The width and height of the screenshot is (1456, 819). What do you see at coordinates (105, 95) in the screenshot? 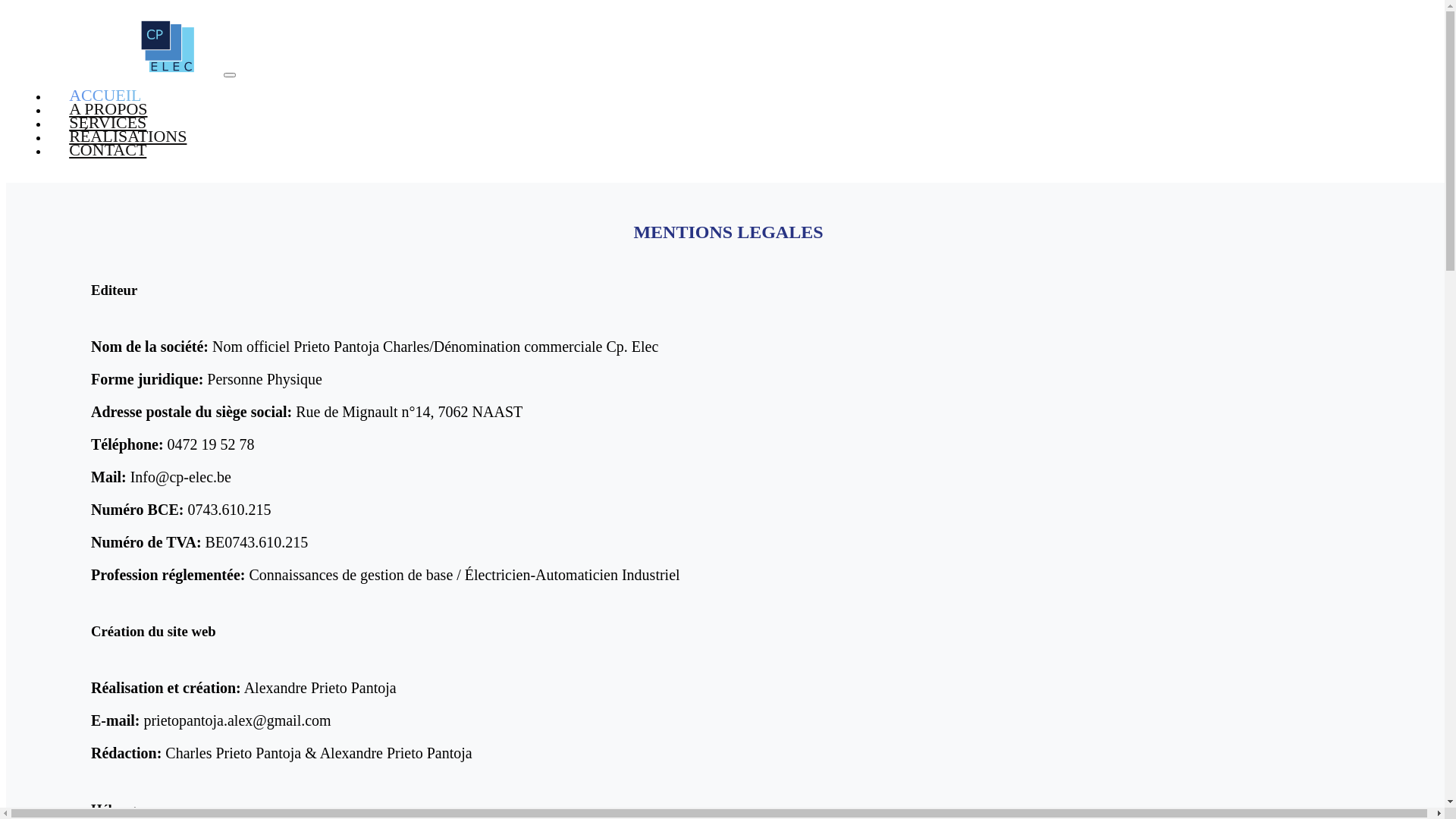
I see `'ACCUEIL'` at bounding box center [105, 95].